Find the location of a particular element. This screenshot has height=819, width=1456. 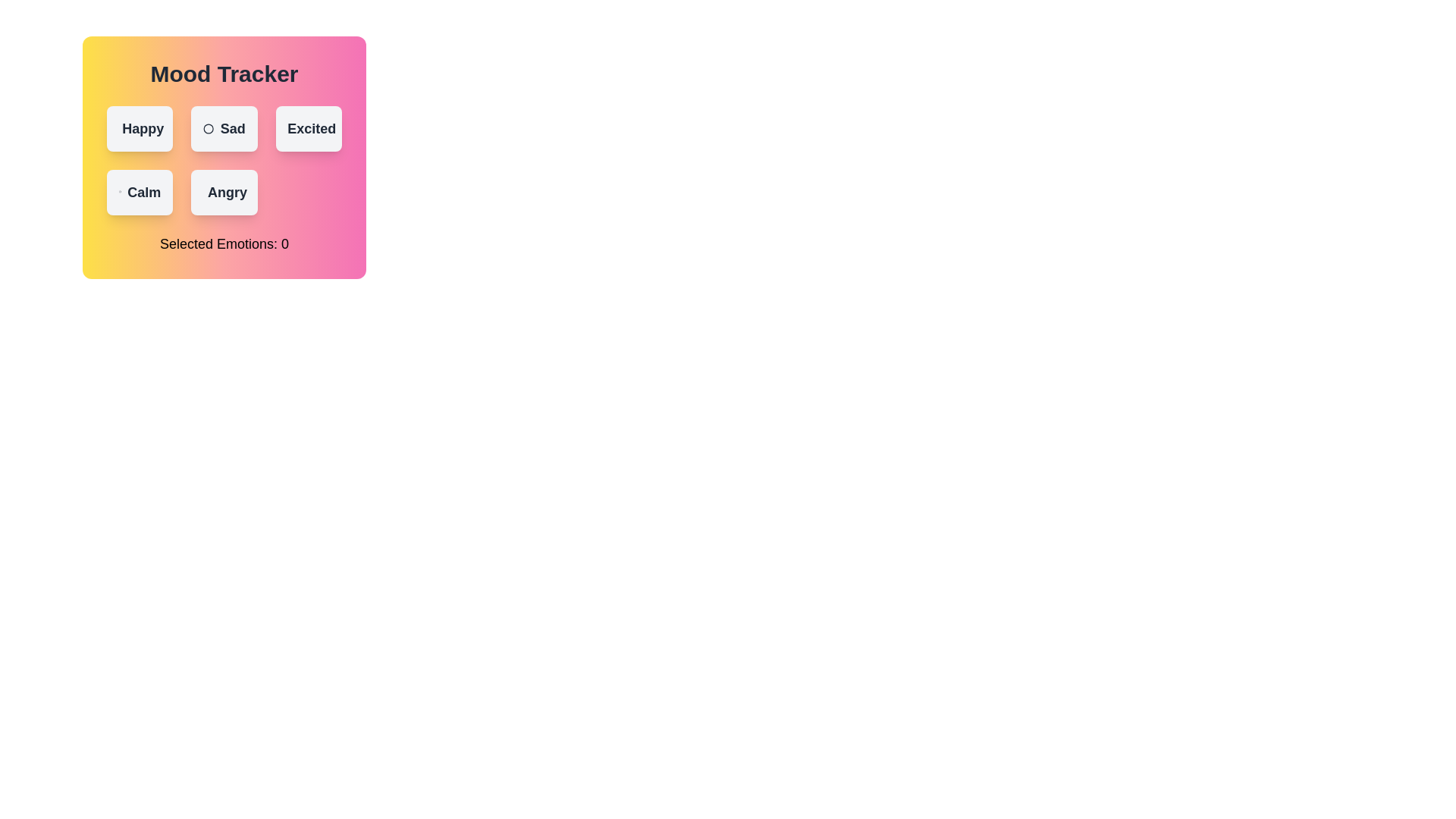

the Angry button is located at coordinates (222, 192).